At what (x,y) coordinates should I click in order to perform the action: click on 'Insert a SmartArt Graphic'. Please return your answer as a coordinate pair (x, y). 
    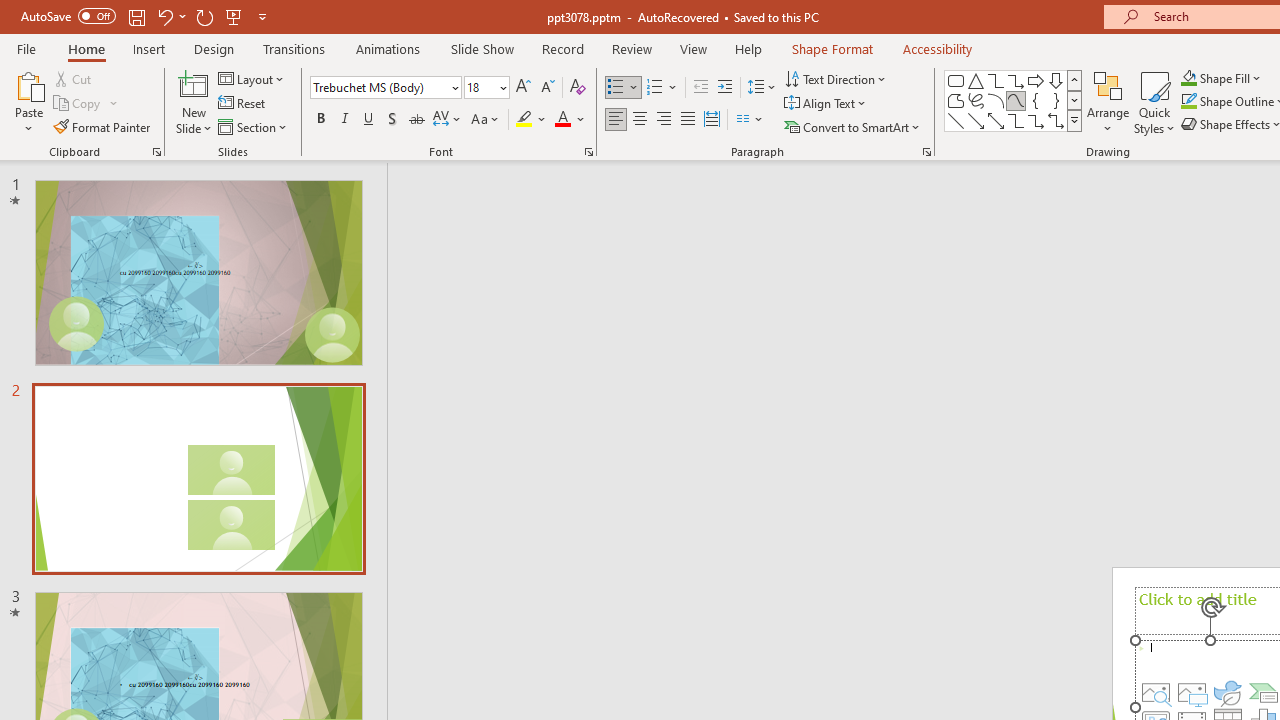
    Looking at the image, I should click on (1263, 692).